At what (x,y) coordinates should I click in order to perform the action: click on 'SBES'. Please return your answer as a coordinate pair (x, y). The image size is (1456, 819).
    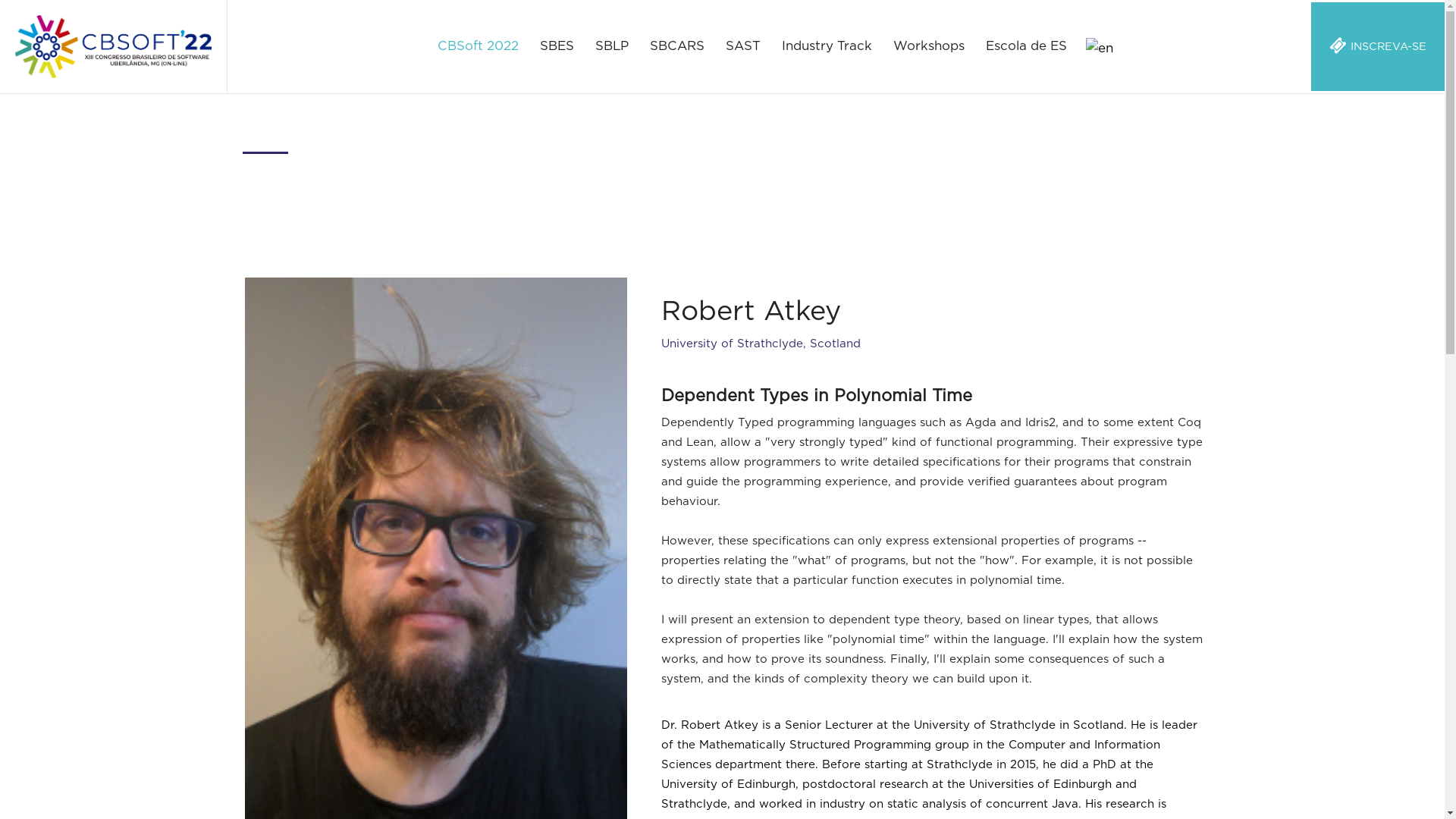
    Looking at the image, I should click on (534, 45).